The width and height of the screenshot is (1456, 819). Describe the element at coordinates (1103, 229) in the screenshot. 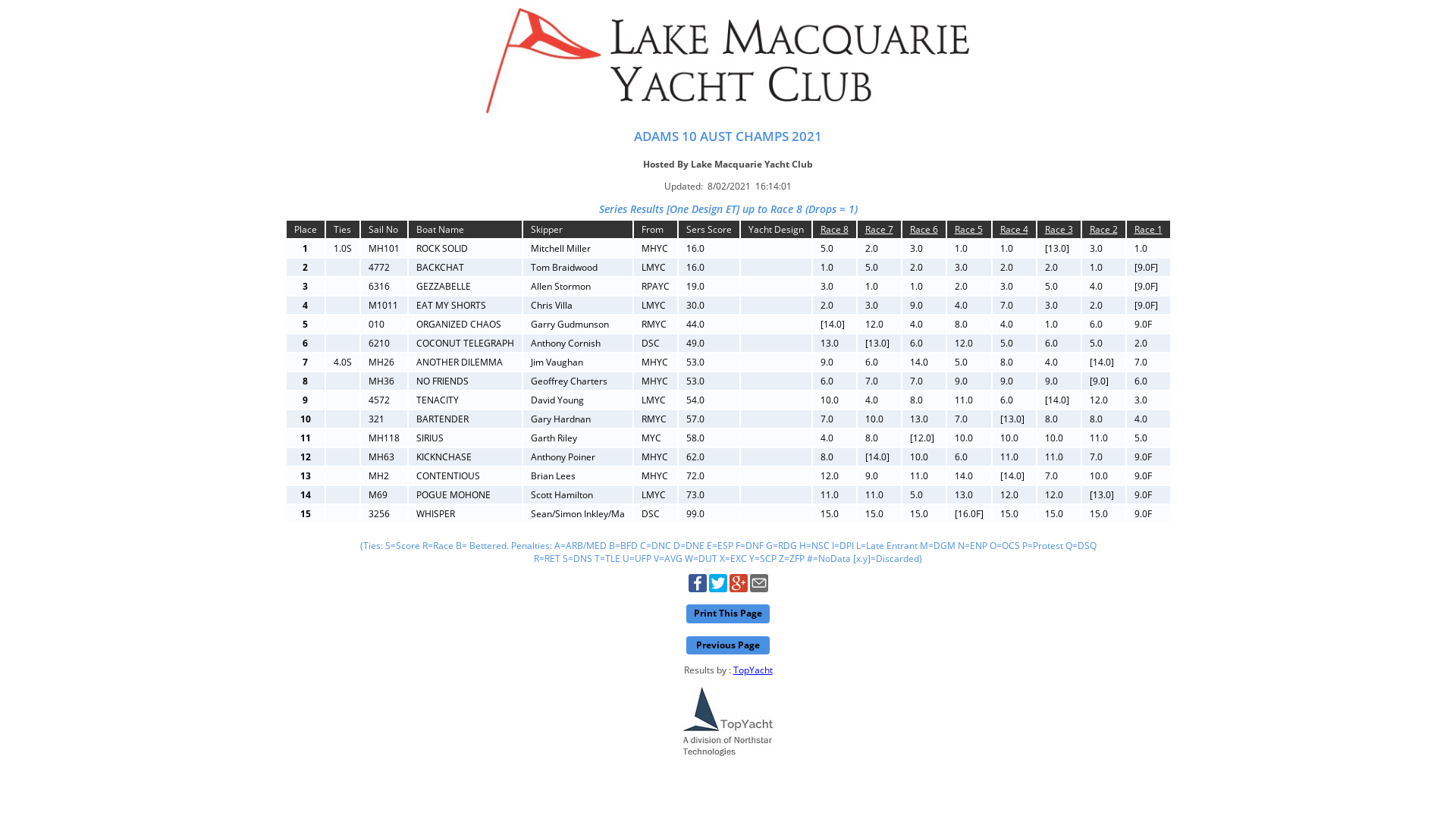

I see `'Race 2'` at that location.